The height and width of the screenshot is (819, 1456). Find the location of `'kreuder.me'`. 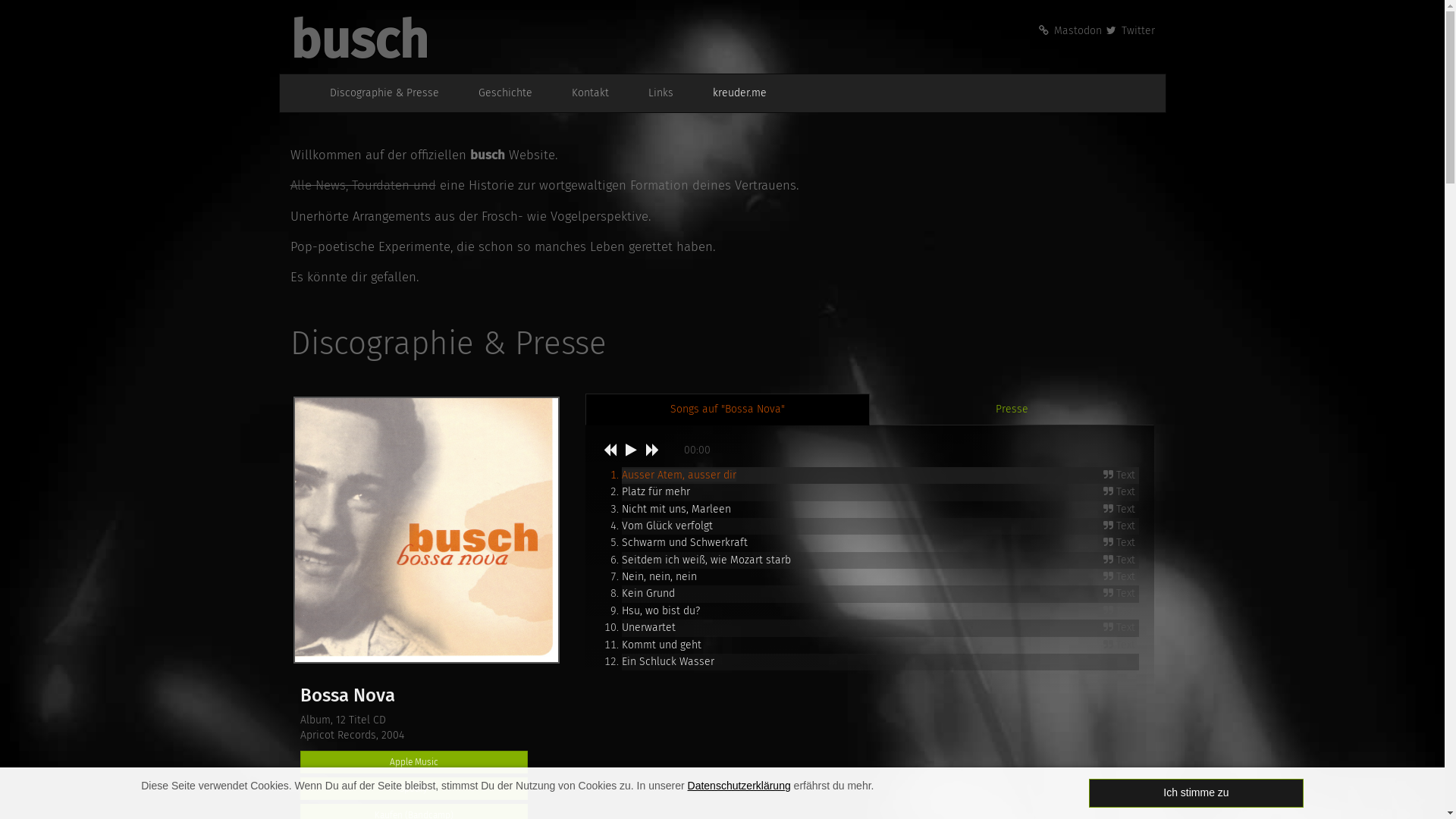

'kreuder.me' is located at coordinates (731, 93).